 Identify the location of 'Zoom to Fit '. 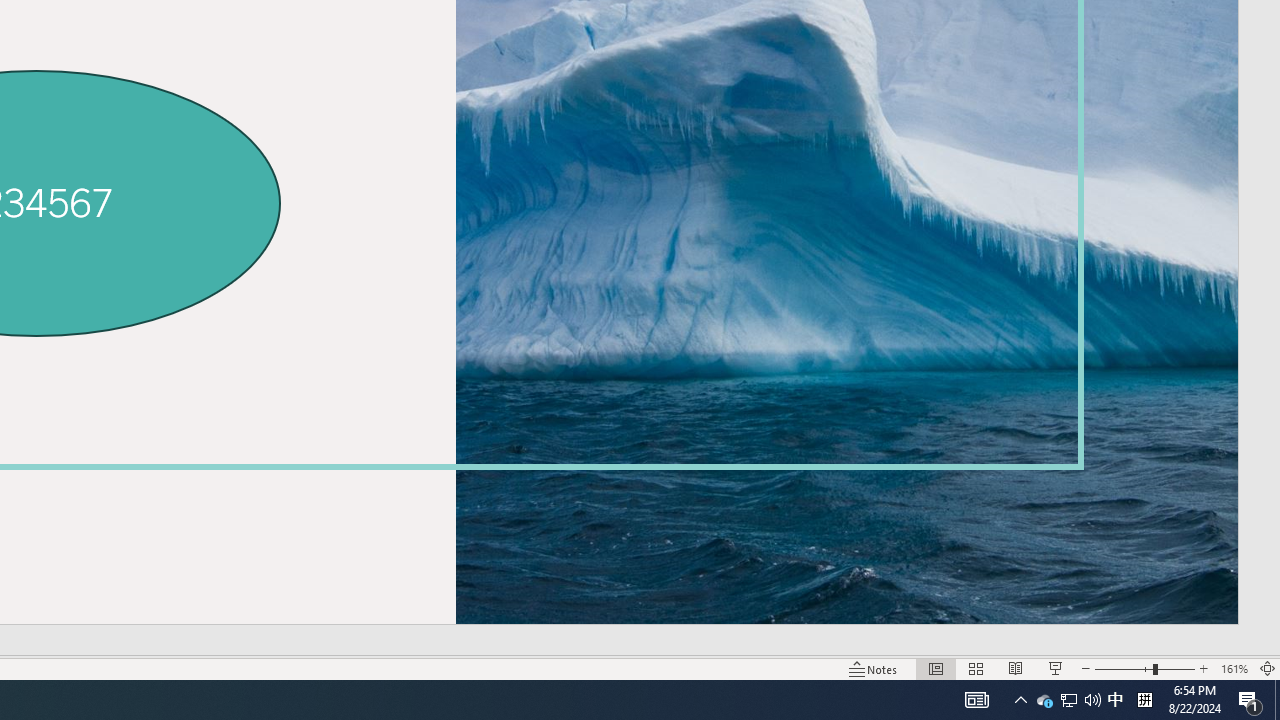
(1266, 669).